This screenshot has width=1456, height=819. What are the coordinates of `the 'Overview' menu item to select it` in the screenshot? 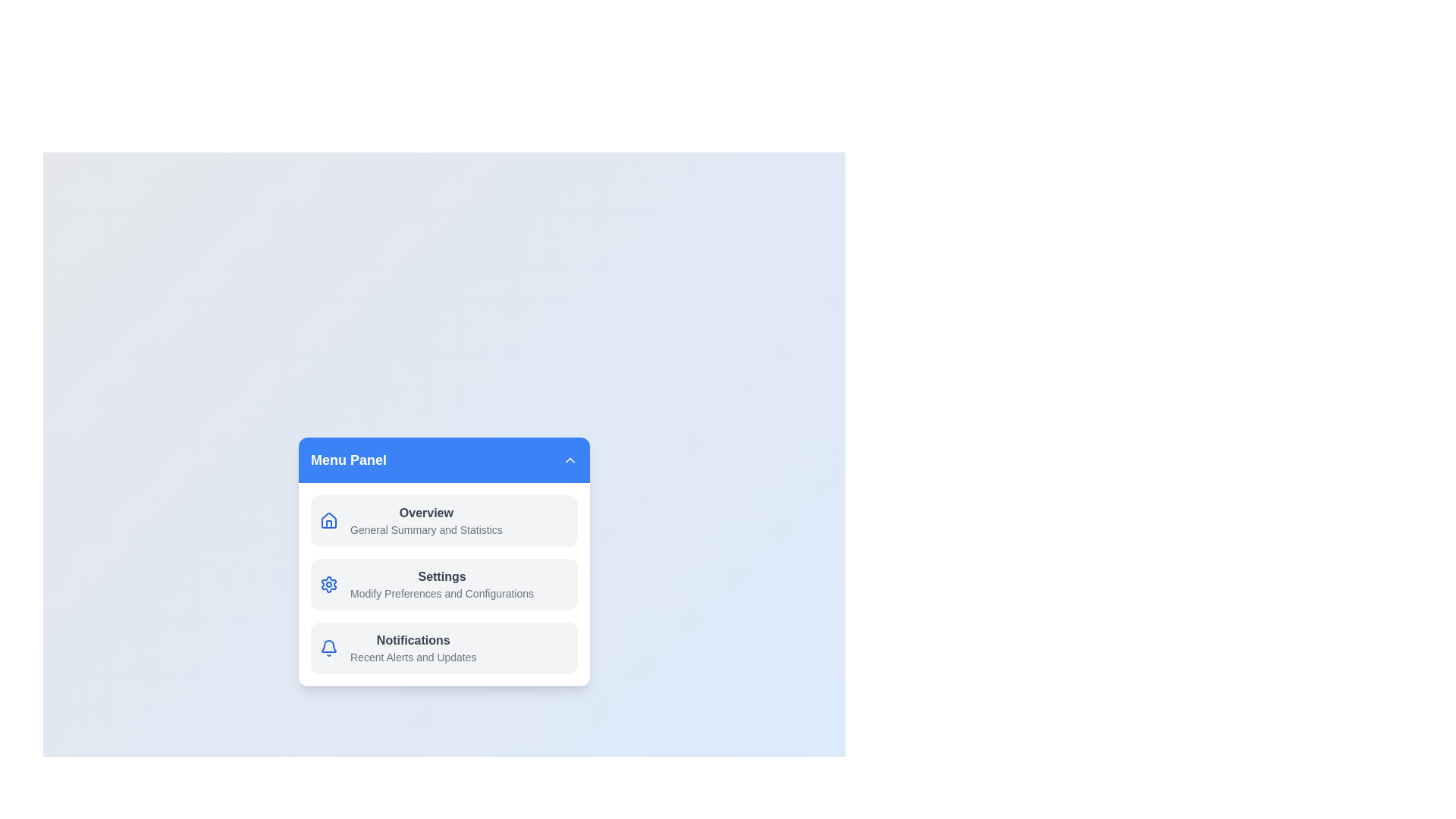 It's located at (443, 519).